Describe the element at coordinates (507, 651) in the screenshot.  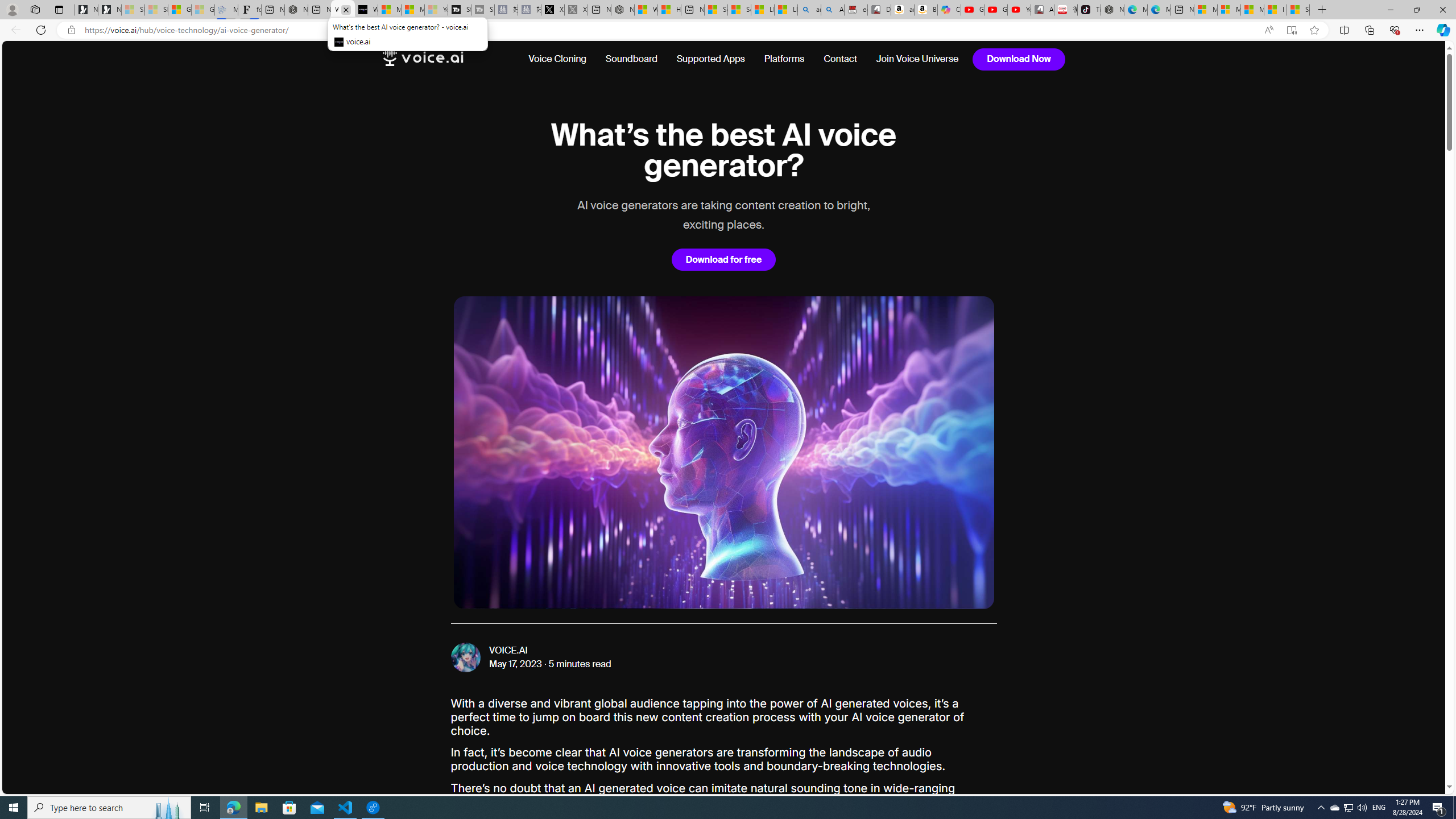
I see `'VOICE.AI'` at that location.